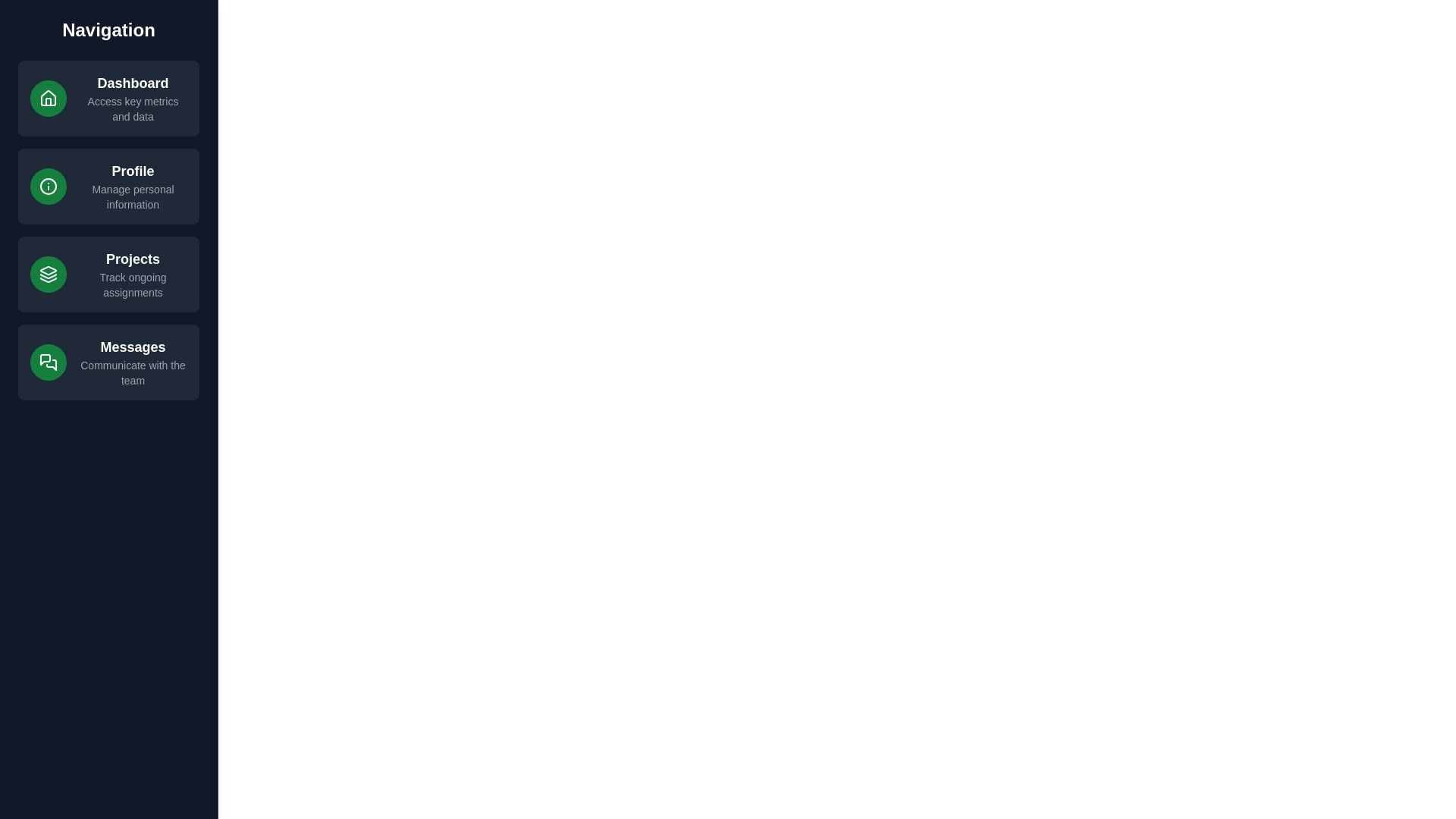 The image size is (1456, 819). What do you see at coordinates (108, 275) in the screenshot?
I see `the navigation item Projects to access its section` at bounding box center [108, 275].